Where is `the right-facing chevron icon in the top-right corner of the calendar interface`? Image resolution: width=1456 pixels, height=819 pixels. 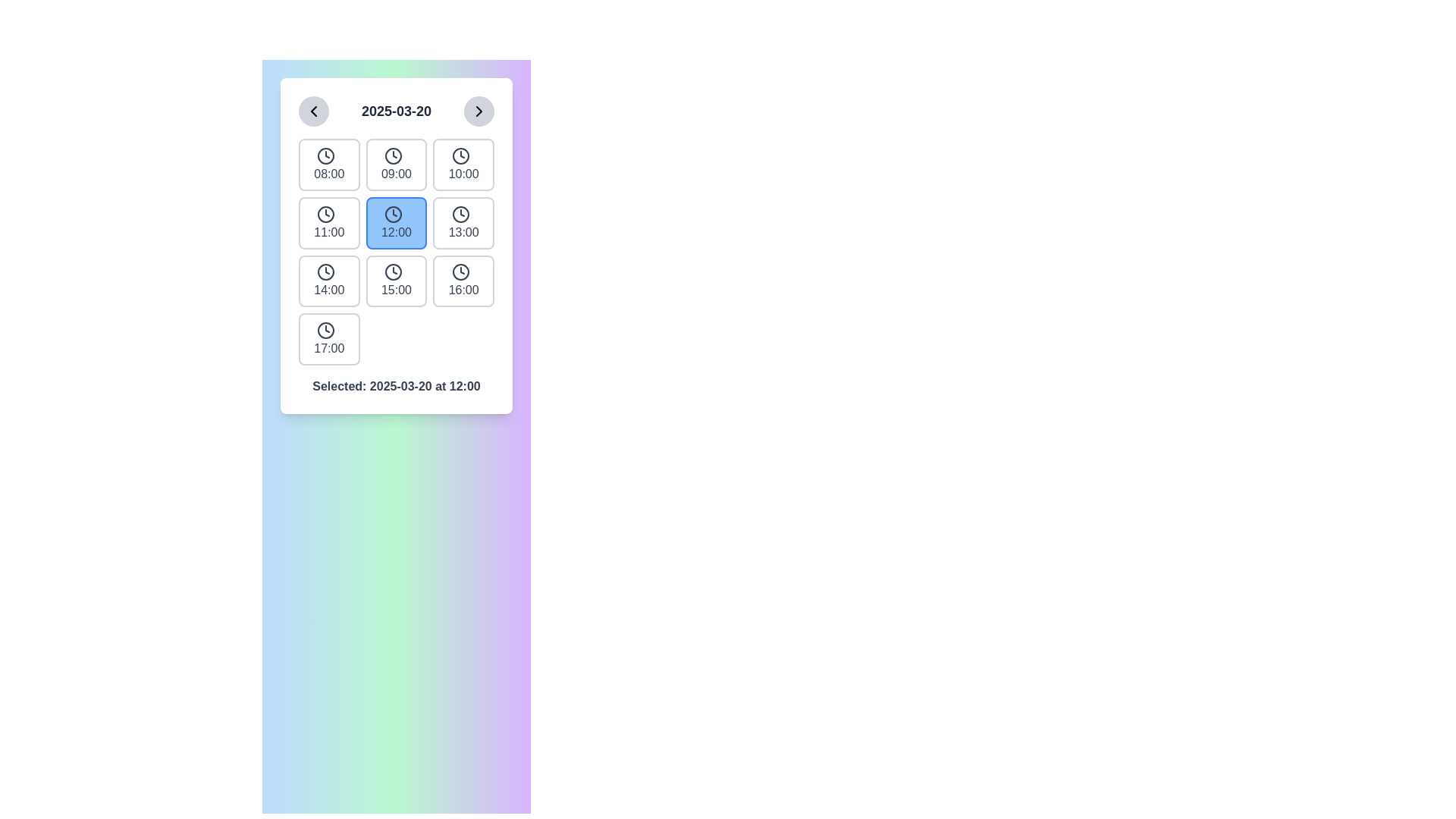
the right-facing chevron icon in the top-right corner of the calendar interface is located at coordinates (479, 110).